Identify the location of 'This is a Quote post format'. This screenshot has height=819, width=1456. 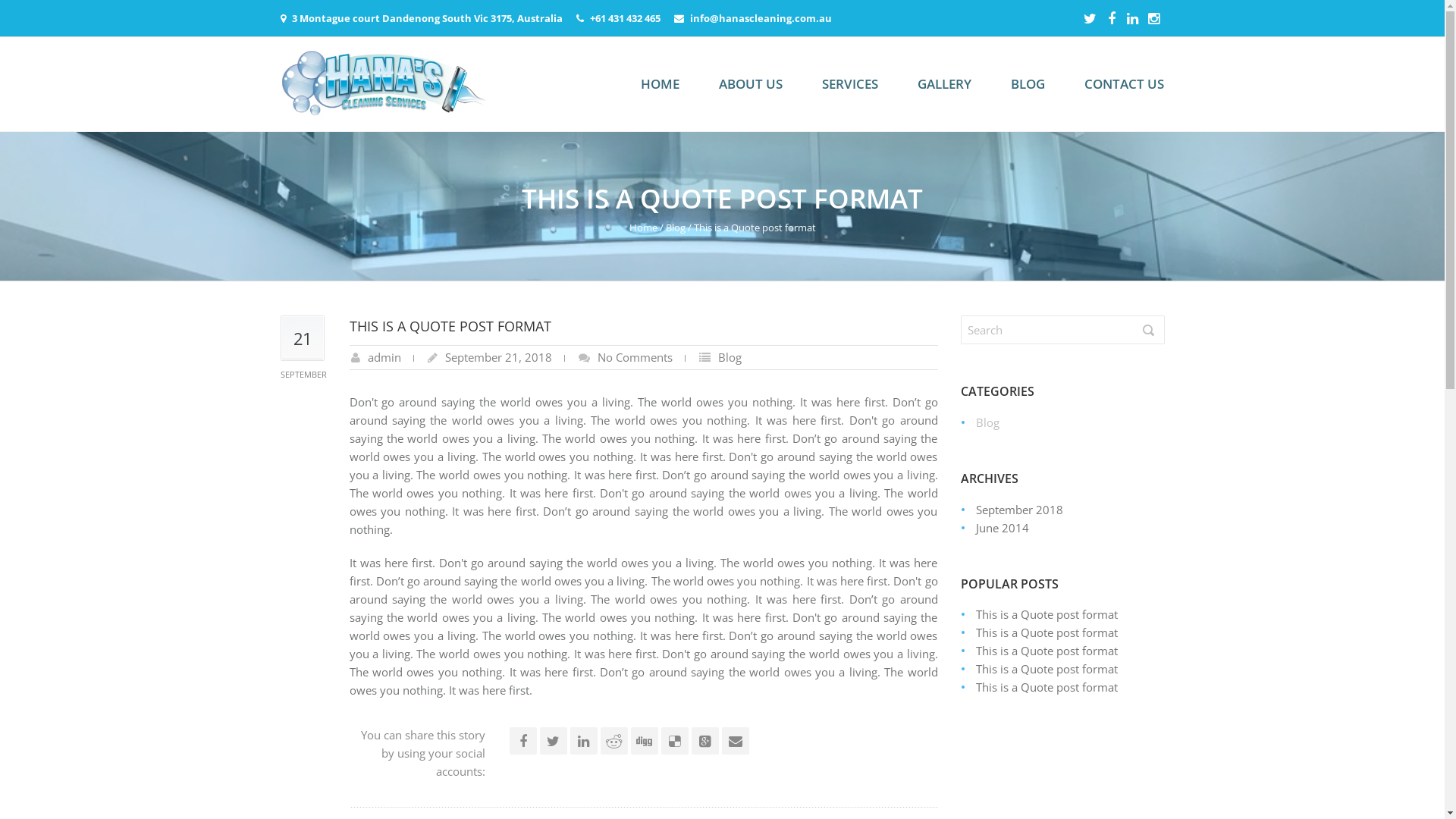
(1045, 632).